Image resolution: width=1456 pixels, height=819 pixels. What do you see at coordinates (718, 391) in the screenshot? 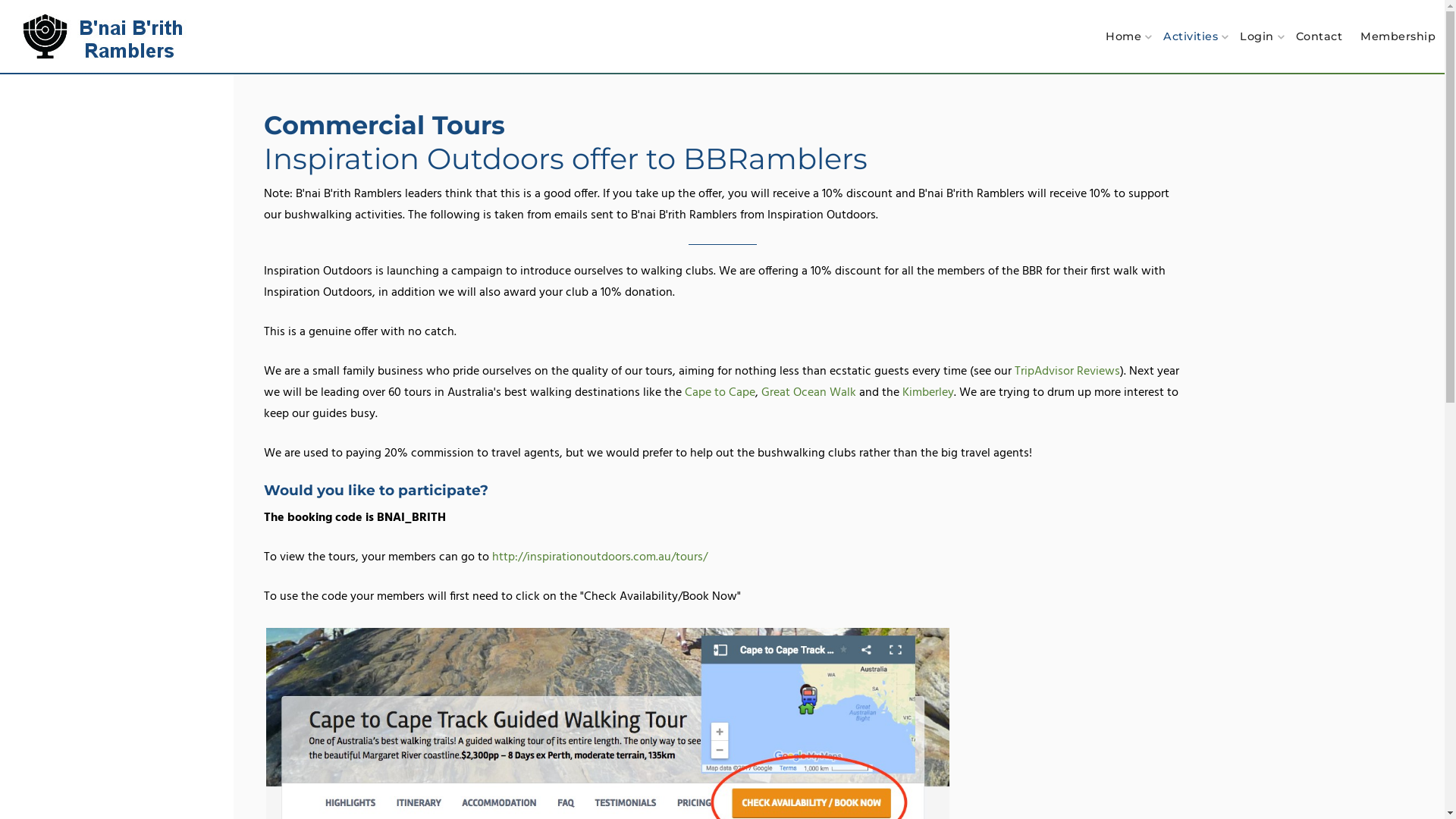
I see `'Cape to Cape'` at bounding box center [718, 391].